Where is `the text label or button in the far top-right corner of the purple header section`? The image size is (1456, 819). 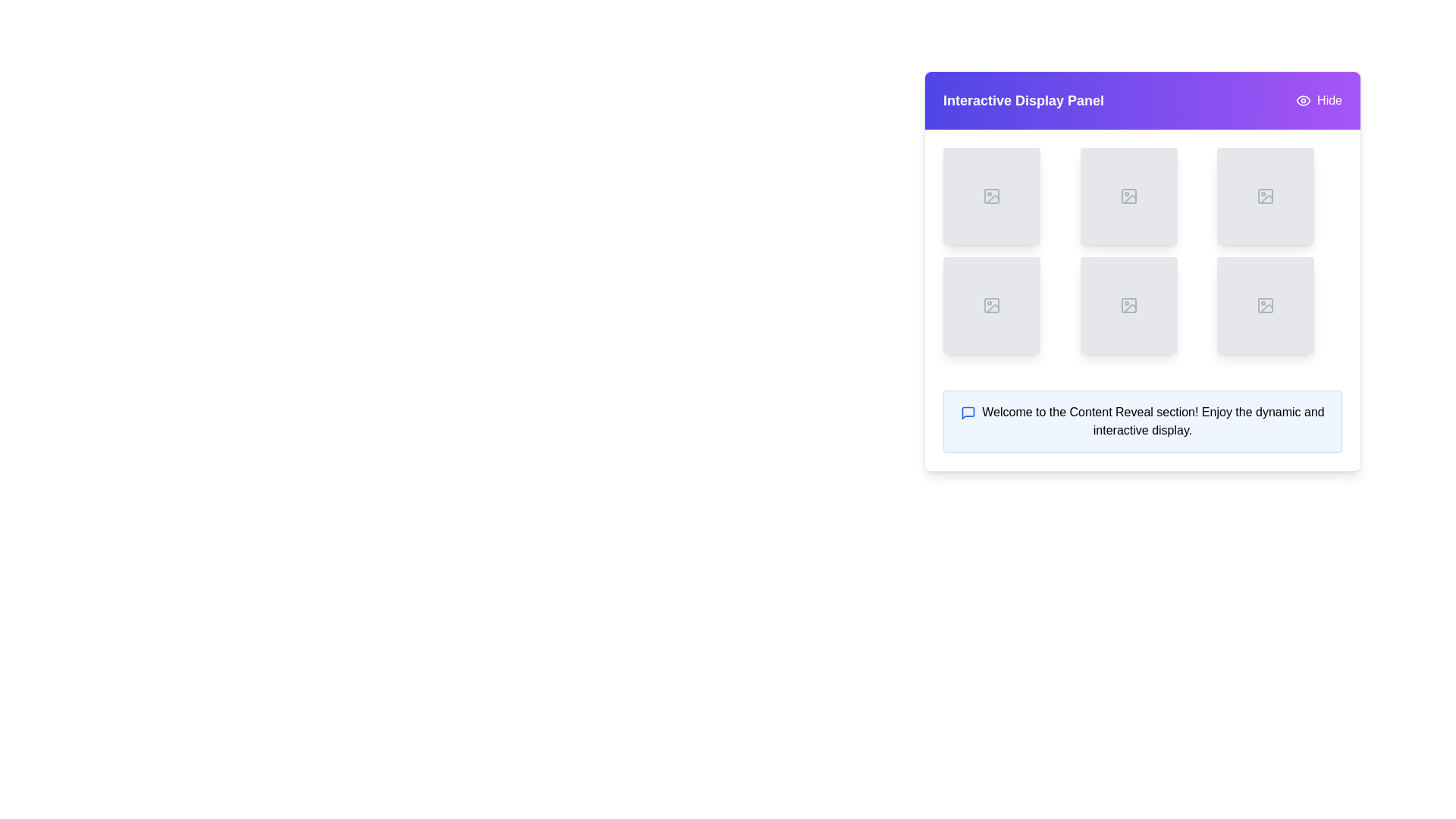
the text label or button in the far top-right corner of the purple header section is located at coordinates (1329, 100).